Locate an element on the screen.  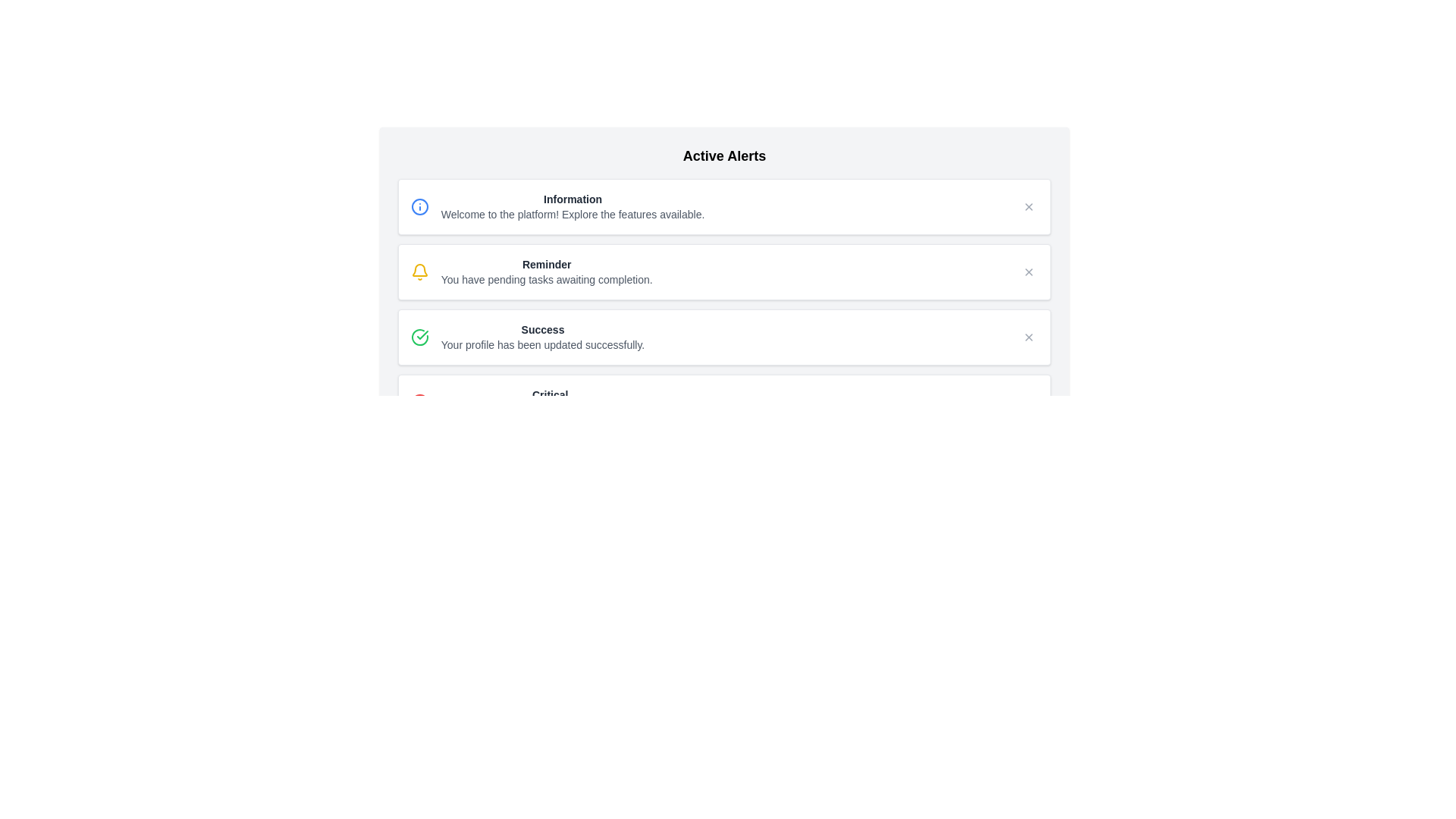
informational alert text displayed in the uppermost alert card within the 'Active Alerts' section, which includes a welcoming message and prompts exploration of platform features is located at coordinates (572, 207).